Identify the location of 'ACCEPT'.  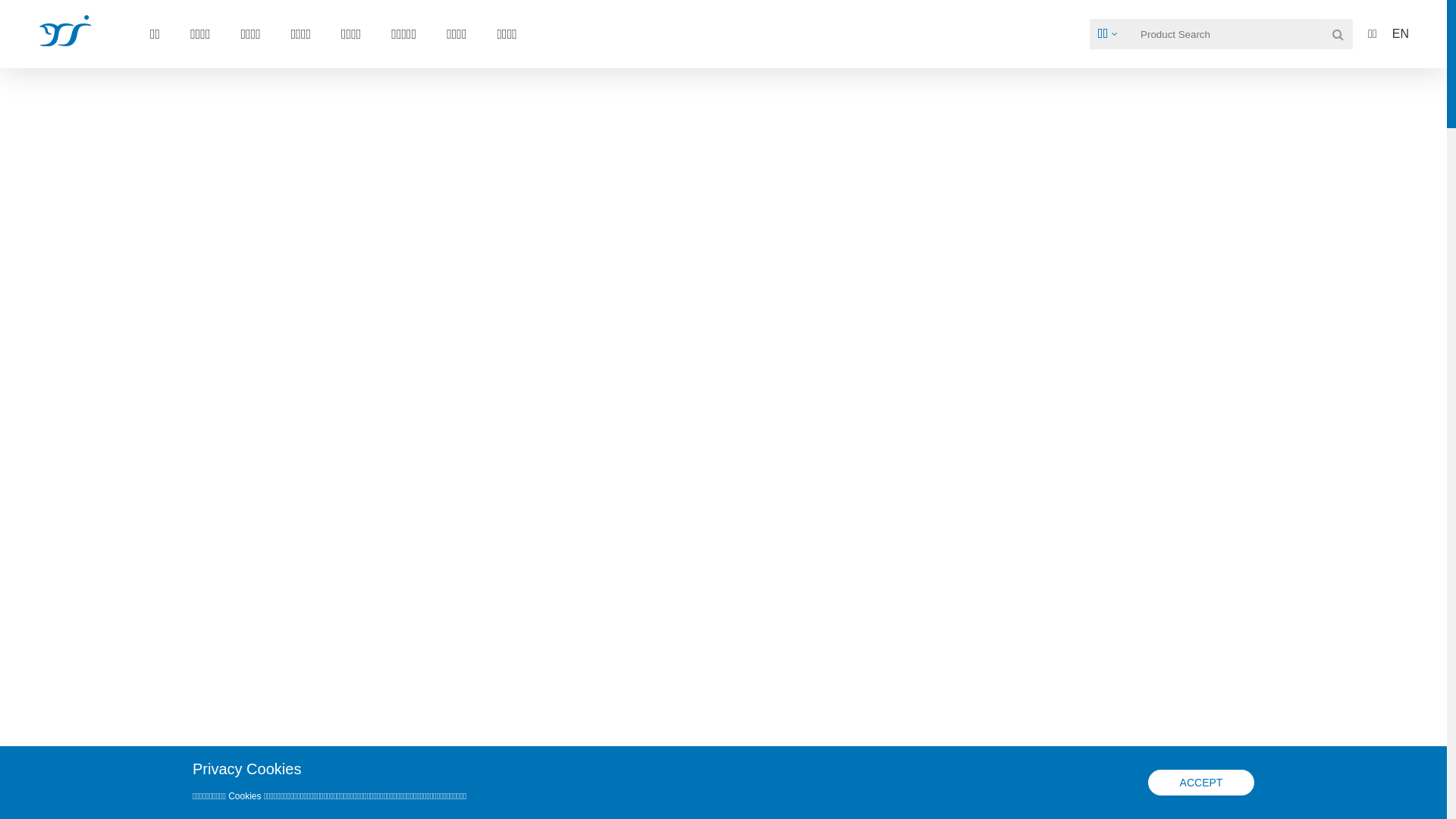
(1200, 783).